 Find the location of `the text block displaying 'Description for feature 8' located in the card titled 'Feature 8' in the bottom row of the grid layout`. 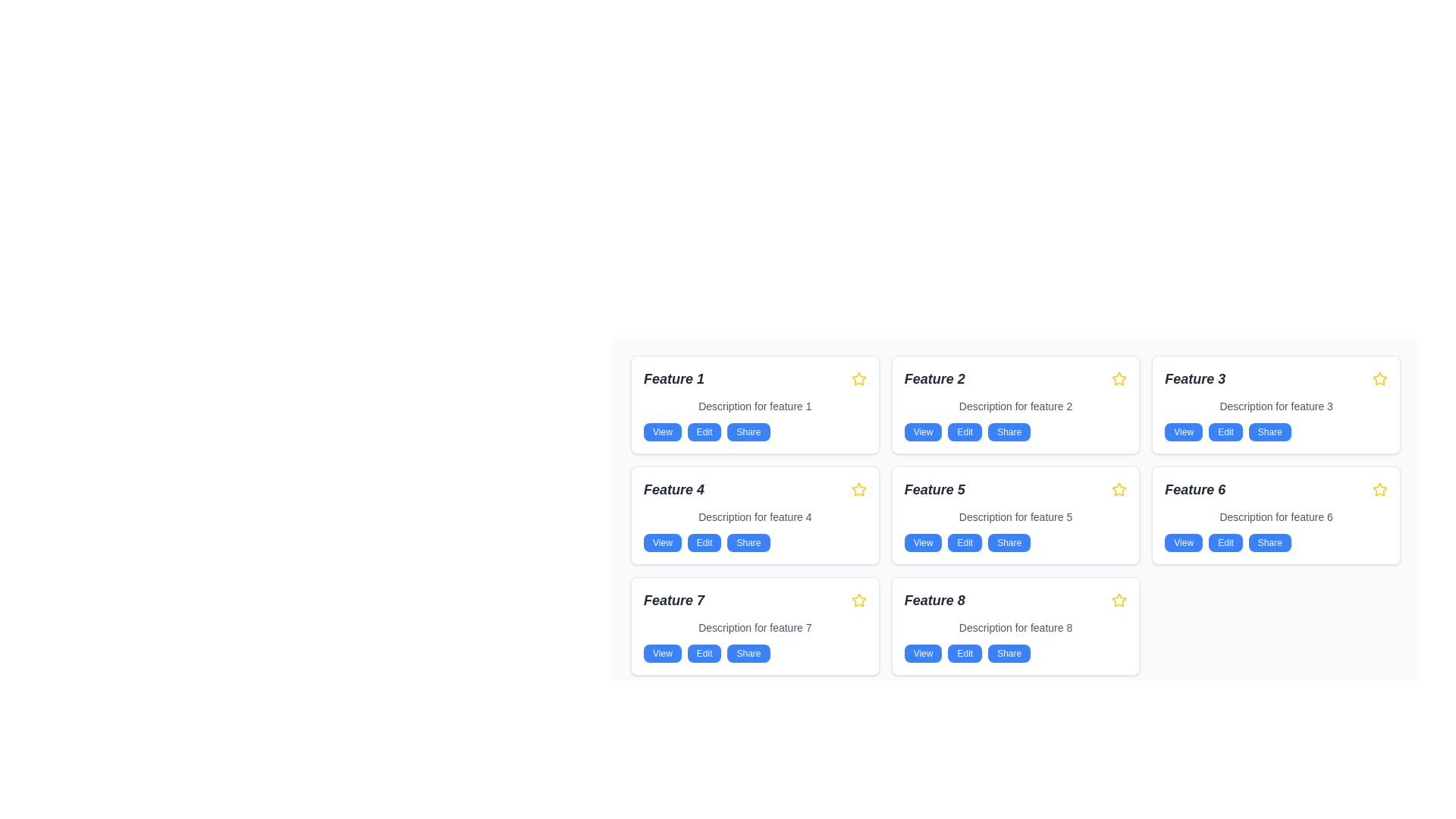

the text block displaying 'Description for feature 8' located in the card titled 'Feature 8' in the bottom row of the grid layout is located at coordinates (1015, 628).